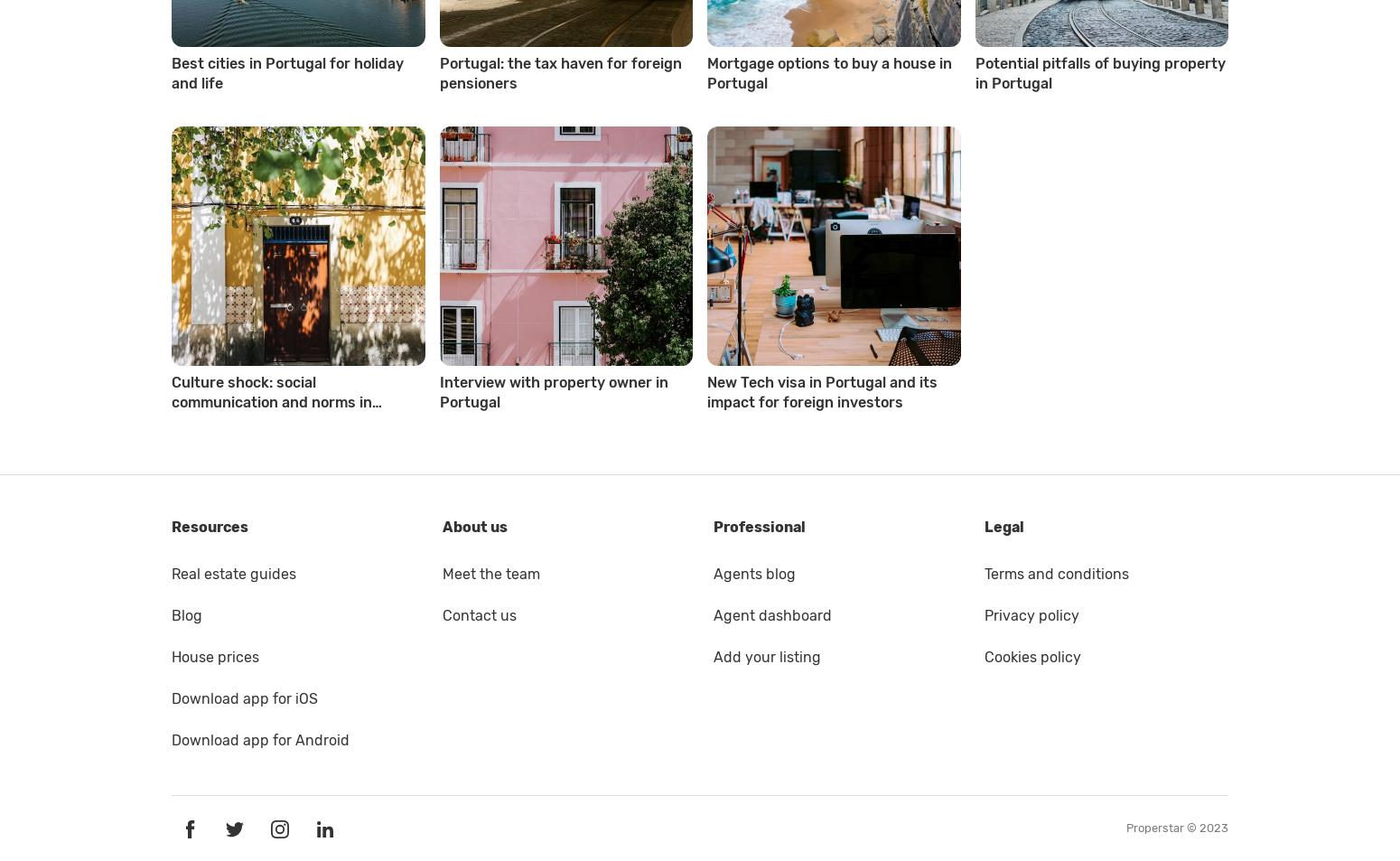  Describe the element at coordinates (286, 71) in the screenshot. I see `'Best cities in Portugal for holiday and life'` at that location.